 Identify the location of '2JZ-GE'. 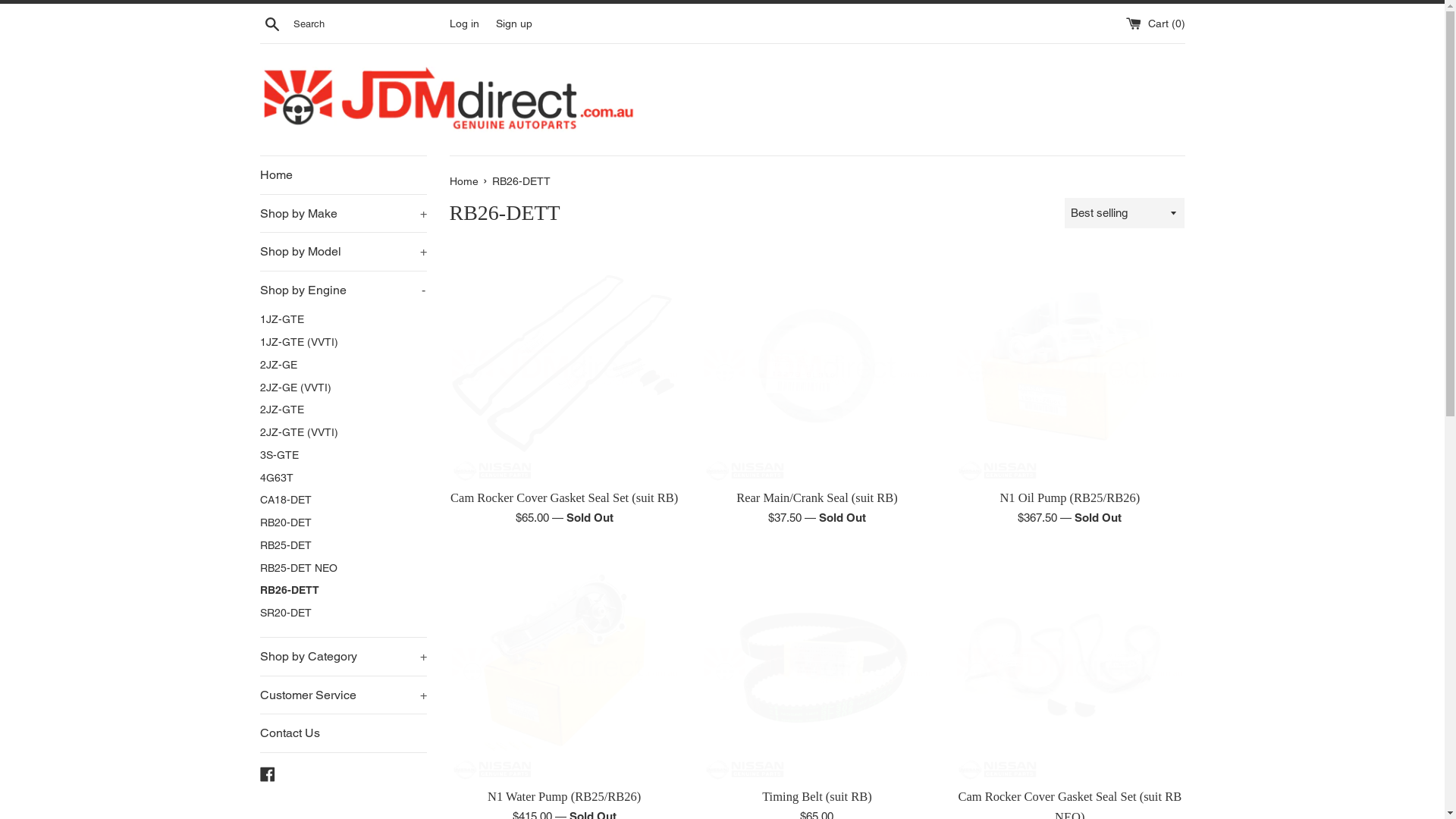
(341, 366).